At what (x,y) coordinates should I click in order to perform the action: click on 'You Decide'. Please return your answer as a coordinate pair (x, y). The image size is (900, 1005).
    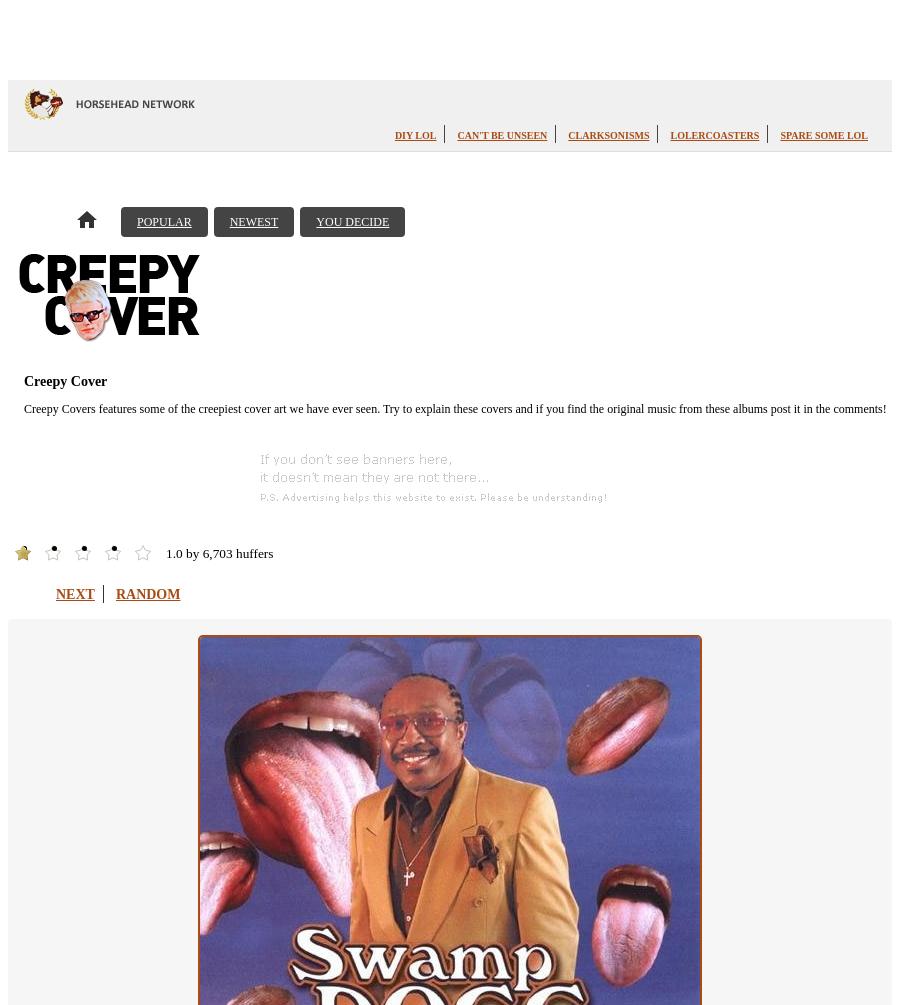
    Looking at the image, I should click on (314, 221).